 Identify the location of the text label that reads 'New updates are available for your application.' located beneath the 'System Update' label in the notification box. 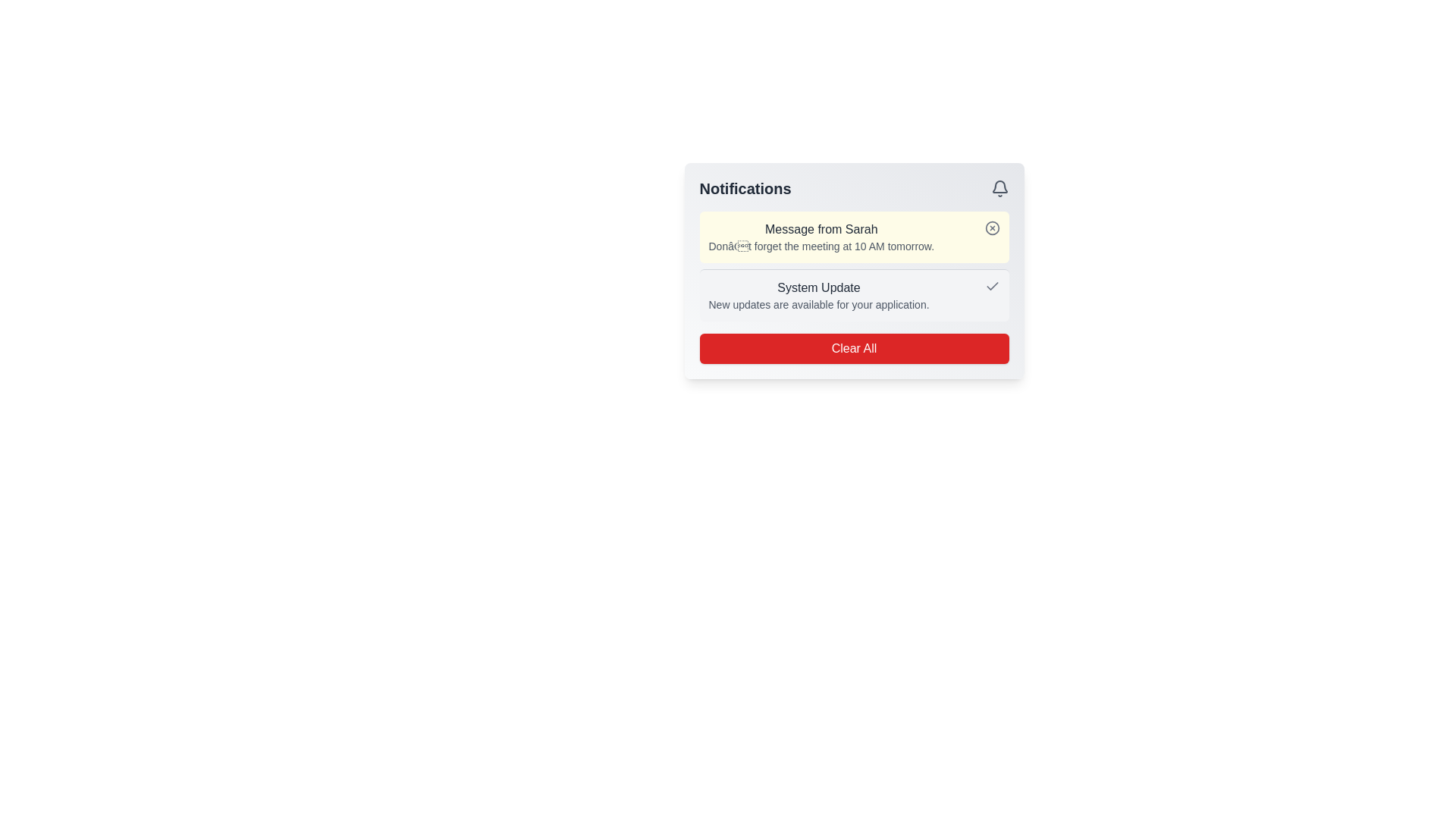
(818, 304).